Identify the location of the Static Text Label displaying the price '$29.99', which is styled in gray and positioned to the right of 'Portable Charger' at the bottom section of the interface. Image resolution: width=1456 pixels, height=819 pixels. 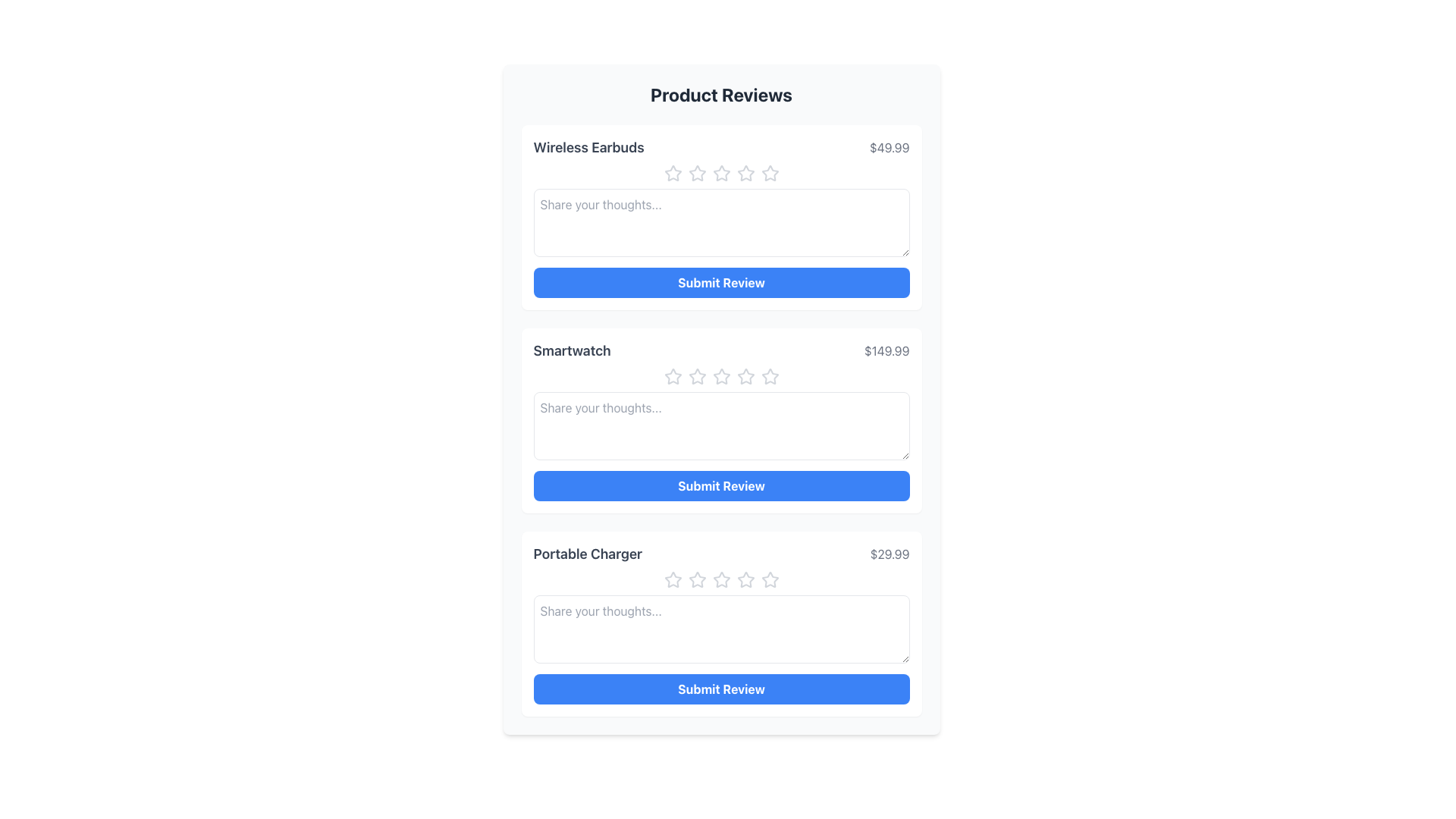
(890, 554).